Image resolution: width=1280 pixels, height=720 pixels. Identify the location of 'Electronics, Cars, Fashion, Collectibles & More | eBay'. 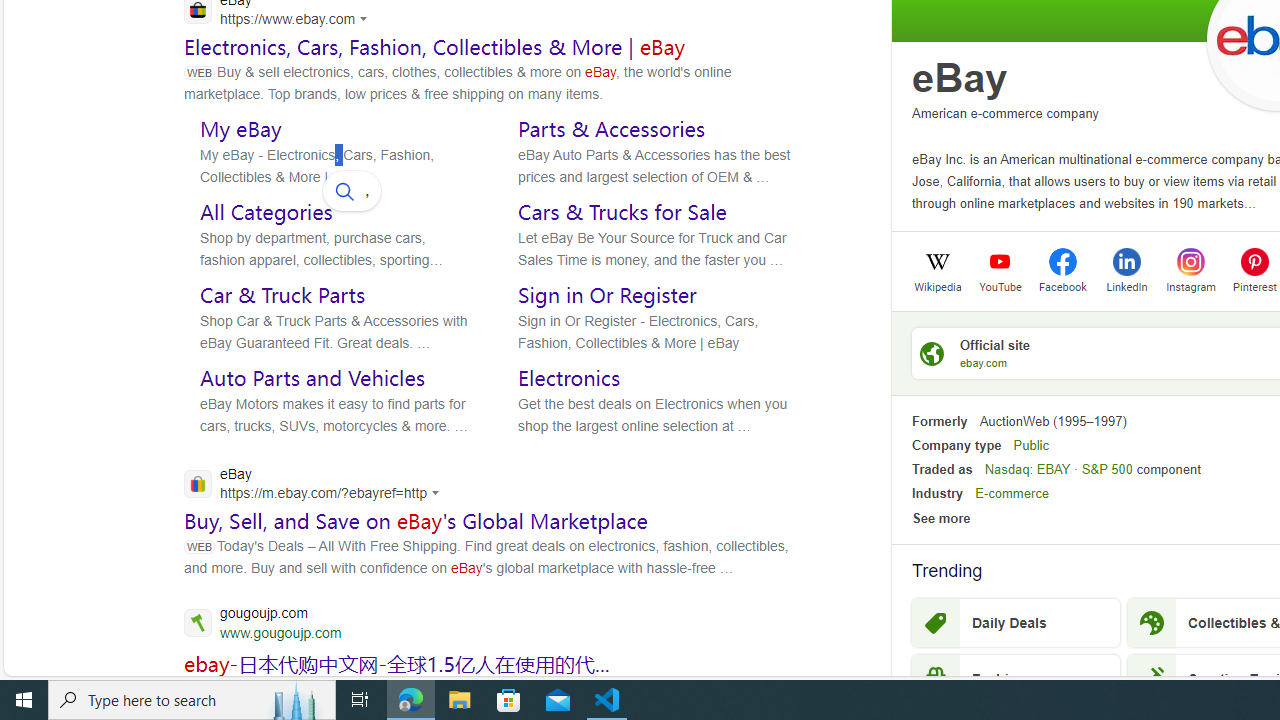
(434, 45).